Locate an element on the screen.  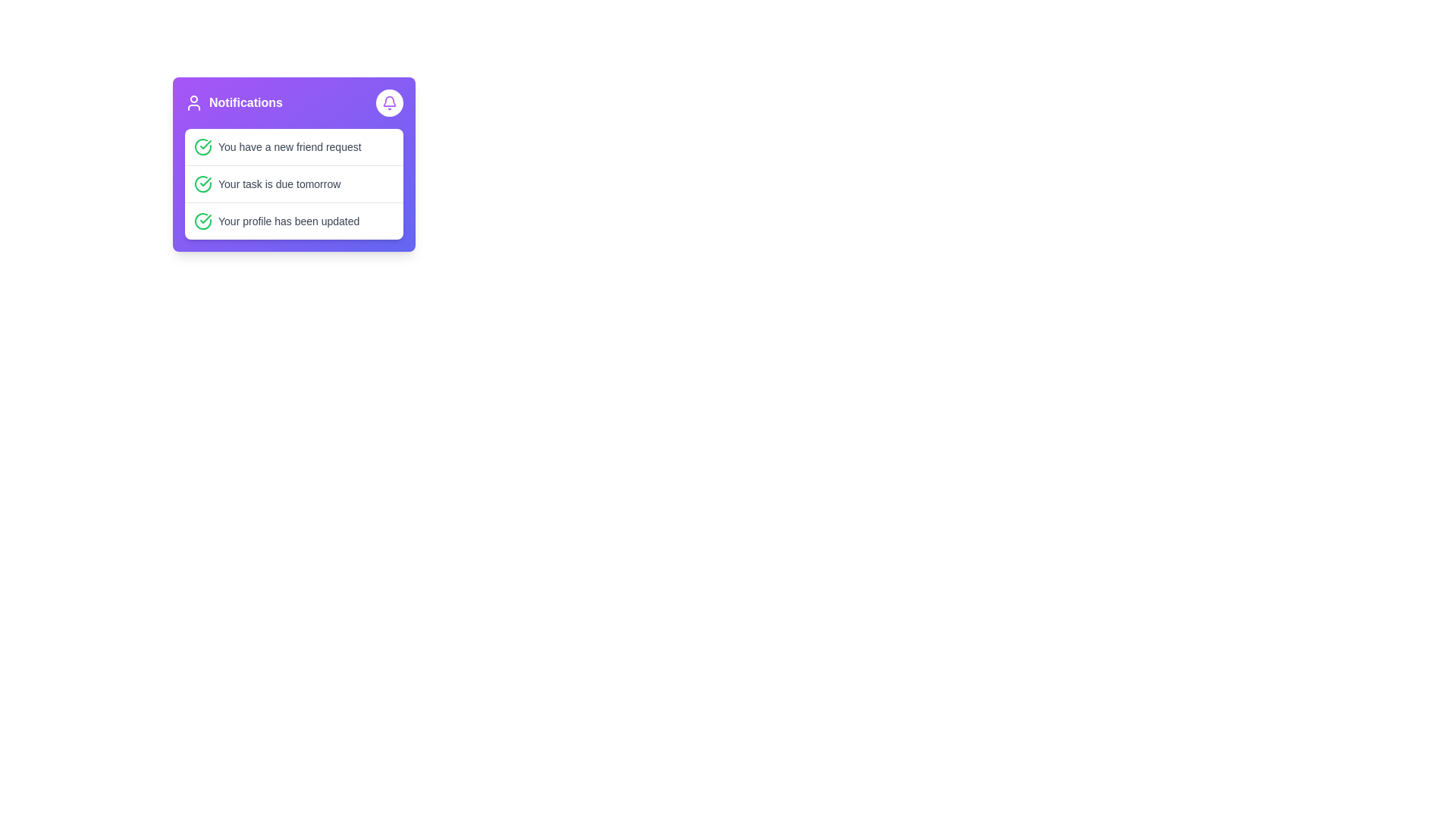
the confirmation message text label indicating successful profile update, which is located at the bottom of the notification card, aligned with a green check mark icon is located at coordinates (289, 221).